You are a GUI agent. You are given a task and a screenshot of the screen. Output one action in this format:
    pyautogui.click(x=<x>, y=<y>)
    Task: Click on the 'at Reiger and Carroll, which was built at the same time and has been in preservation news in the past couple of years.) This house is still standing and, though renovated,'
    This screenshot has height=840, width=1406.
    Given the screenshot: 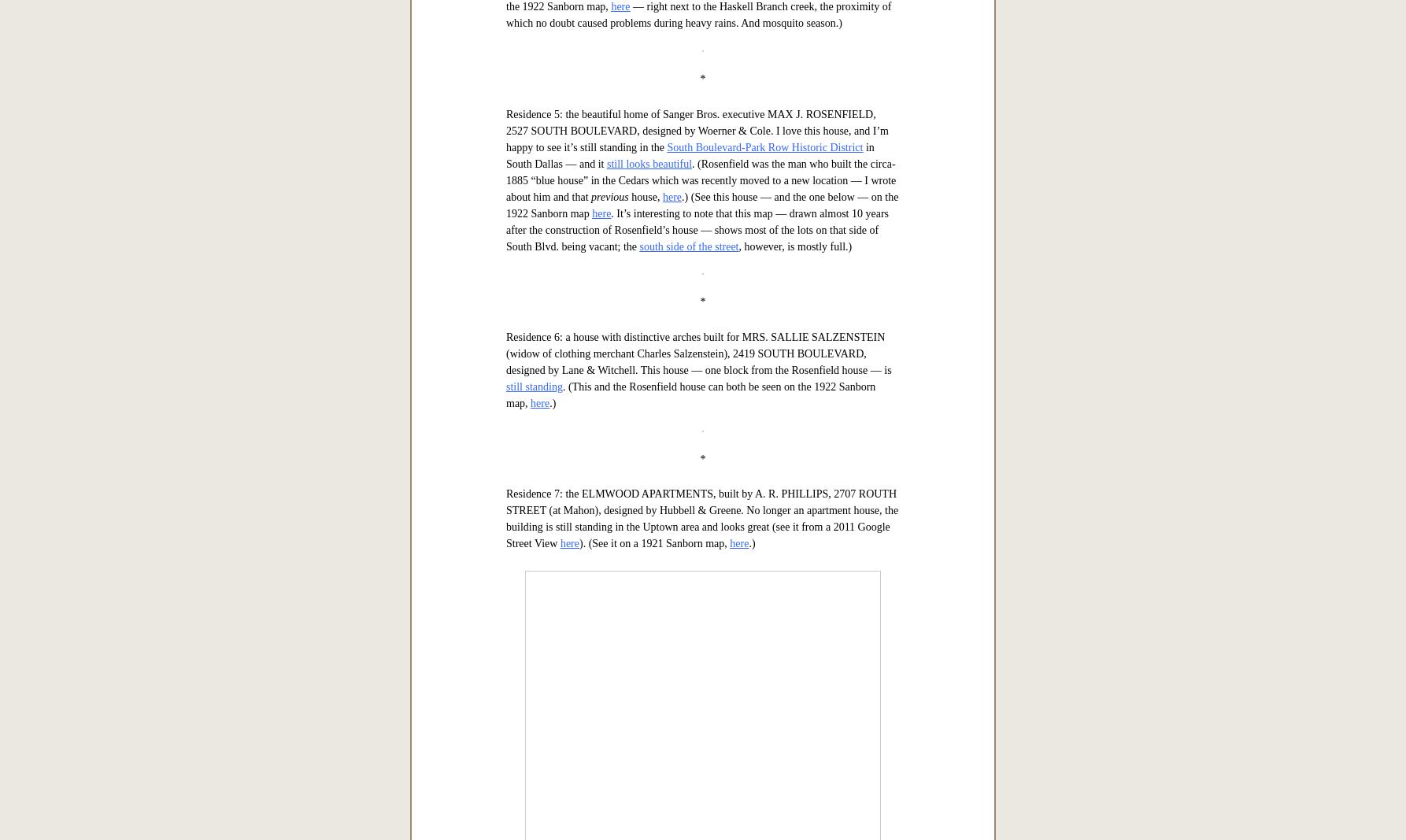 What is the action you would take?
    pyautogui.click(x=694, y=451)
    